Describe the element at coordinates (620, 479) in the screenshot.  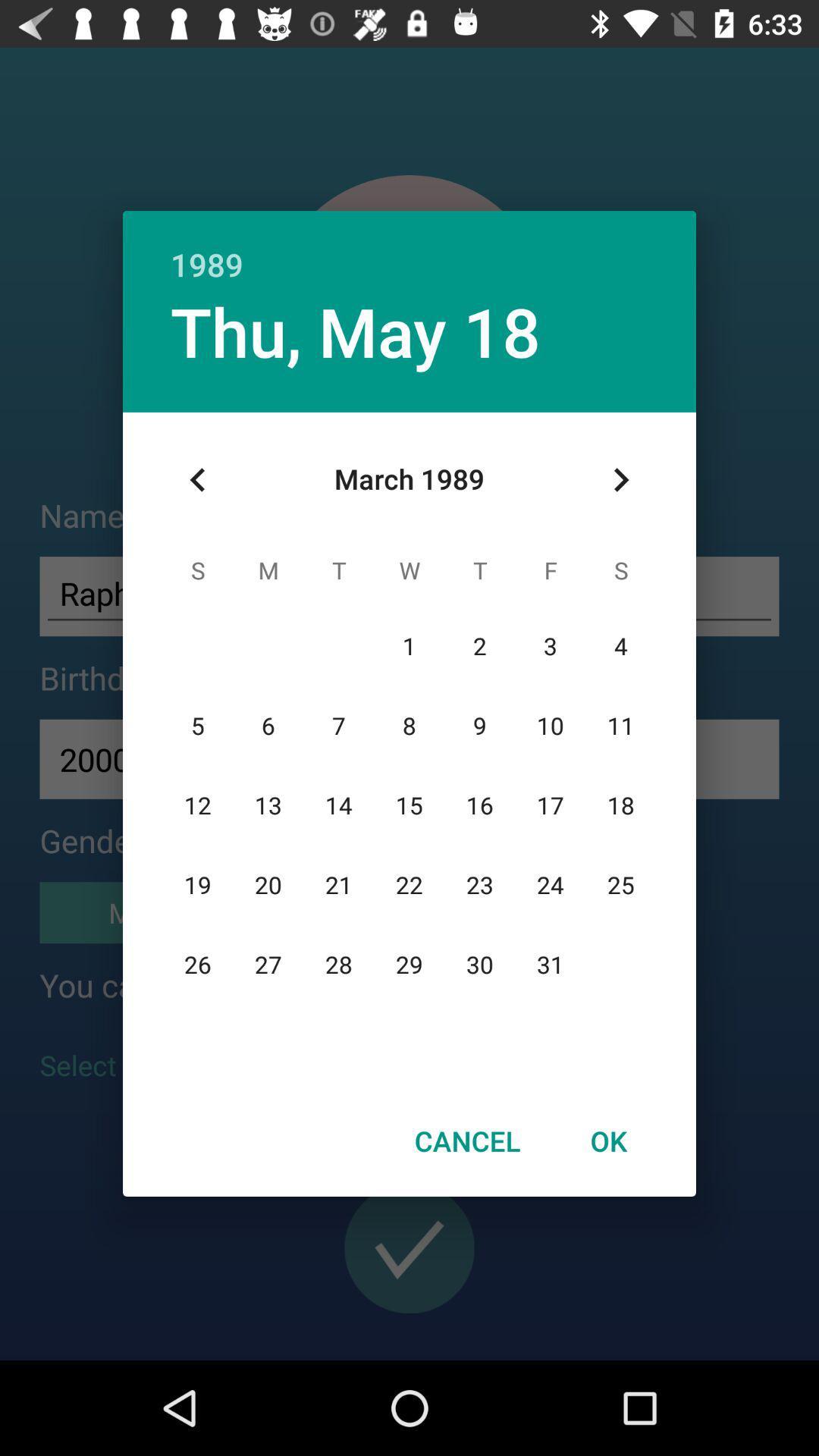
I see `the item above the ok button` at that location.